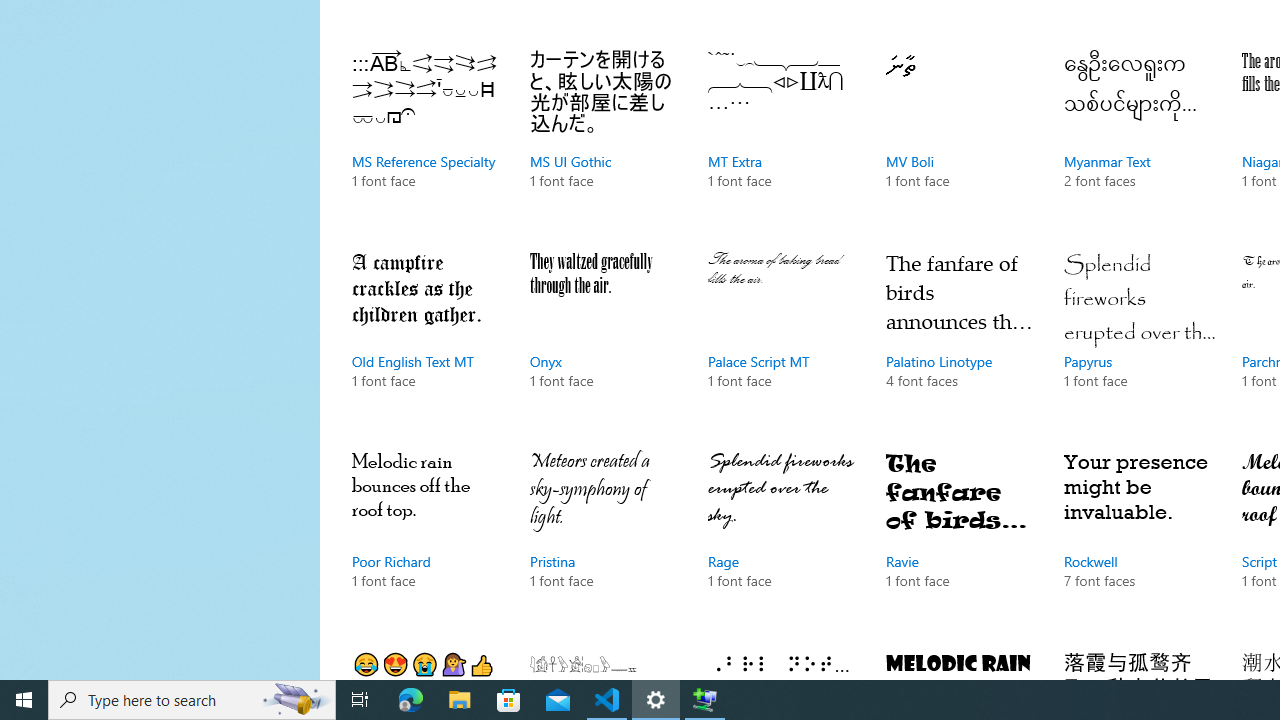 This screenshot has height=720, width=1280. What do you see at coordinates (961, 540) in the screenshot?
I see `'Ravie, 1 font face'` at bounding box center [961, 540].